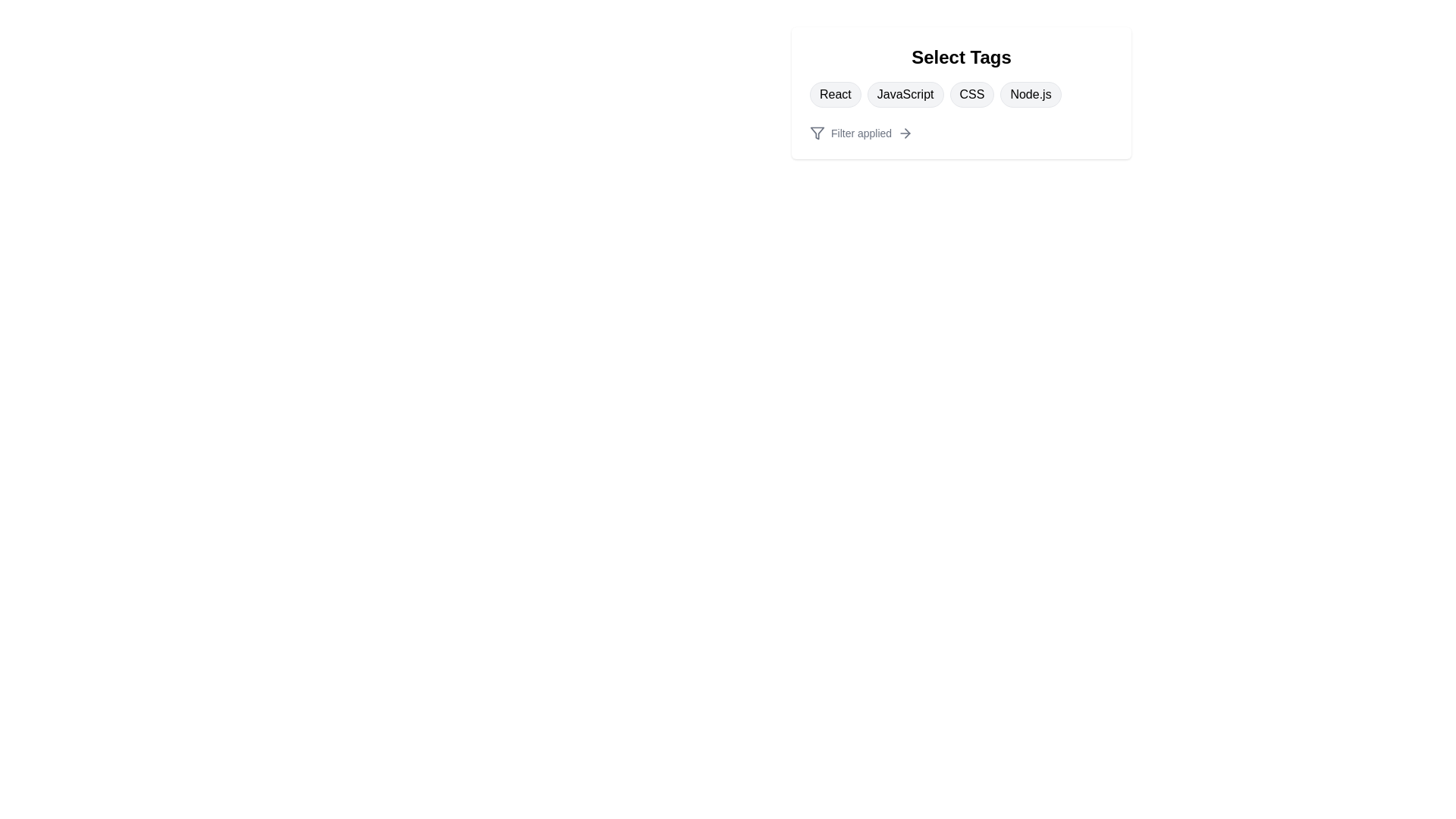 The image size is (1456, 819). I want to click on the interactive tag representing a skill or technology in the Tag list, specifically located below the 'Select Tags' heading, so click(960, 94).